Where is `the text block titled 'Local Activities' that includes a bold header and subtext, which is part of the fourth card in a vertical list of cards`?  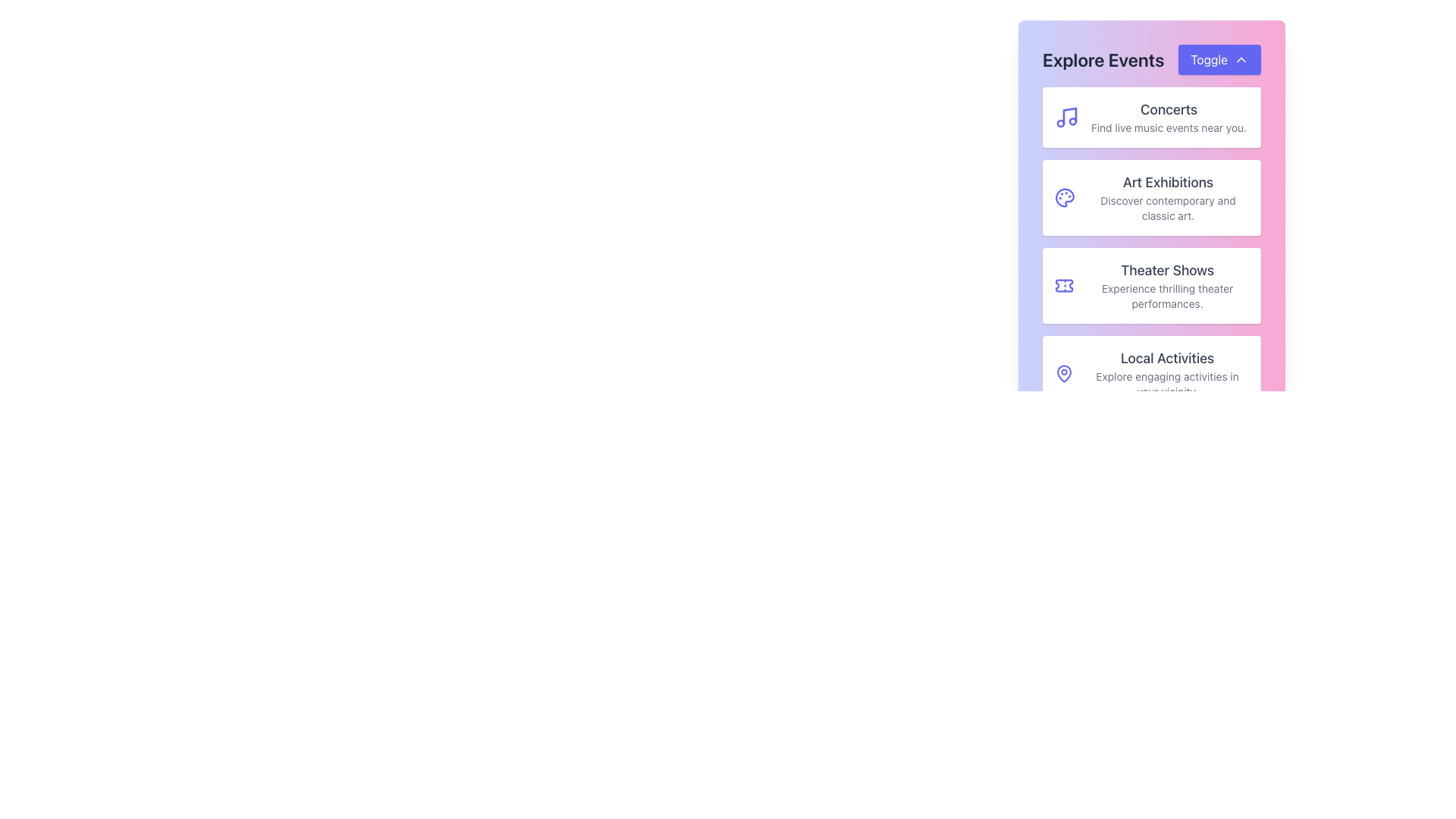 the text block titled 'Local Activities' that includes a bold header and subtext, which is part of the fourth card in a vertical list of cards is located at coordinates (1166, 374).